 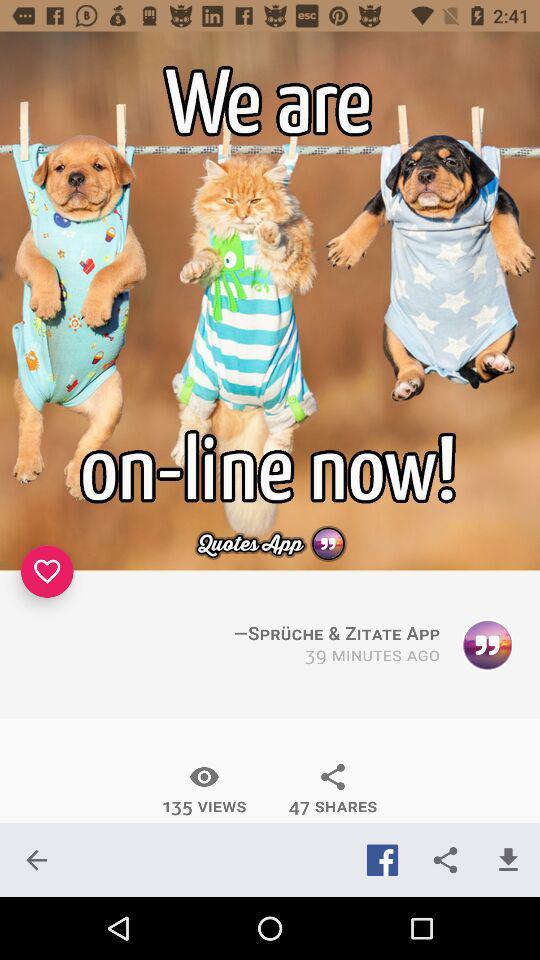 I want to click on item at the bottom left corner, so click(x=36, y=859).